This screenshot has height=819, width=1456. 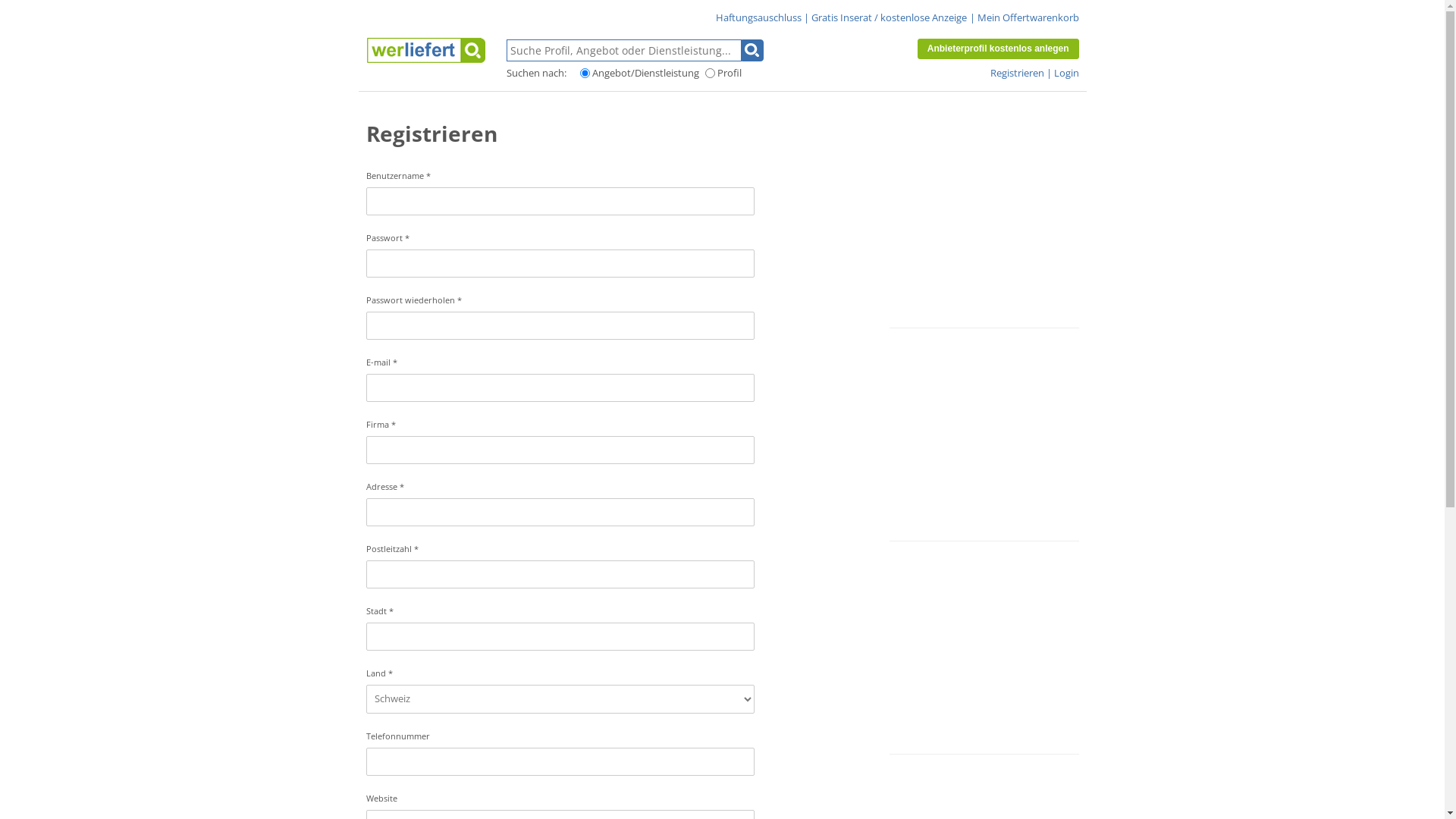 I want to click on 'Advertisement', so click(x=983, y=221).